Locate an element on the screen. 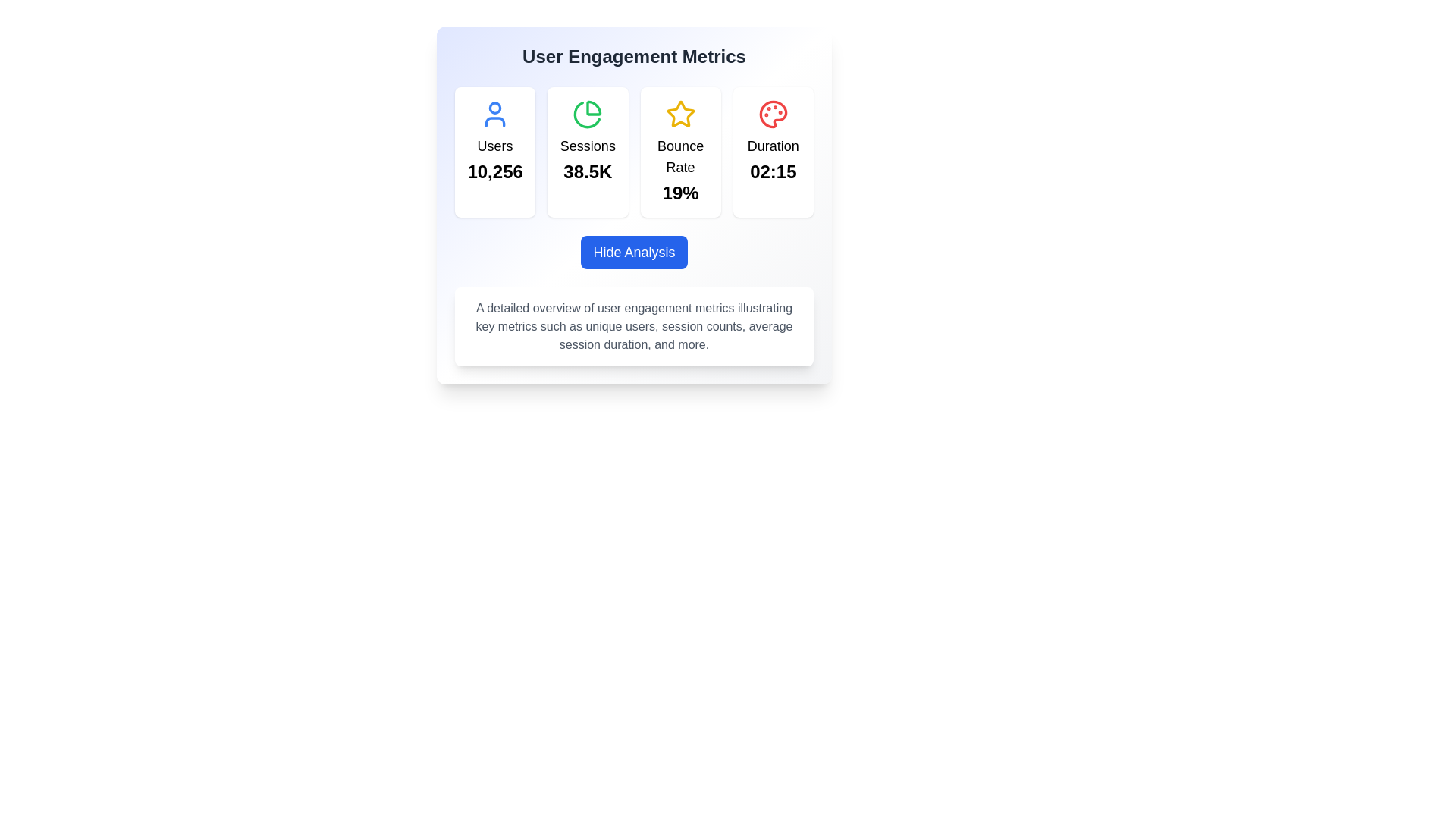 This screenshot has height=819, width=1456. the toggle visibility button for the analysis section is located at coordinates (634, 251).